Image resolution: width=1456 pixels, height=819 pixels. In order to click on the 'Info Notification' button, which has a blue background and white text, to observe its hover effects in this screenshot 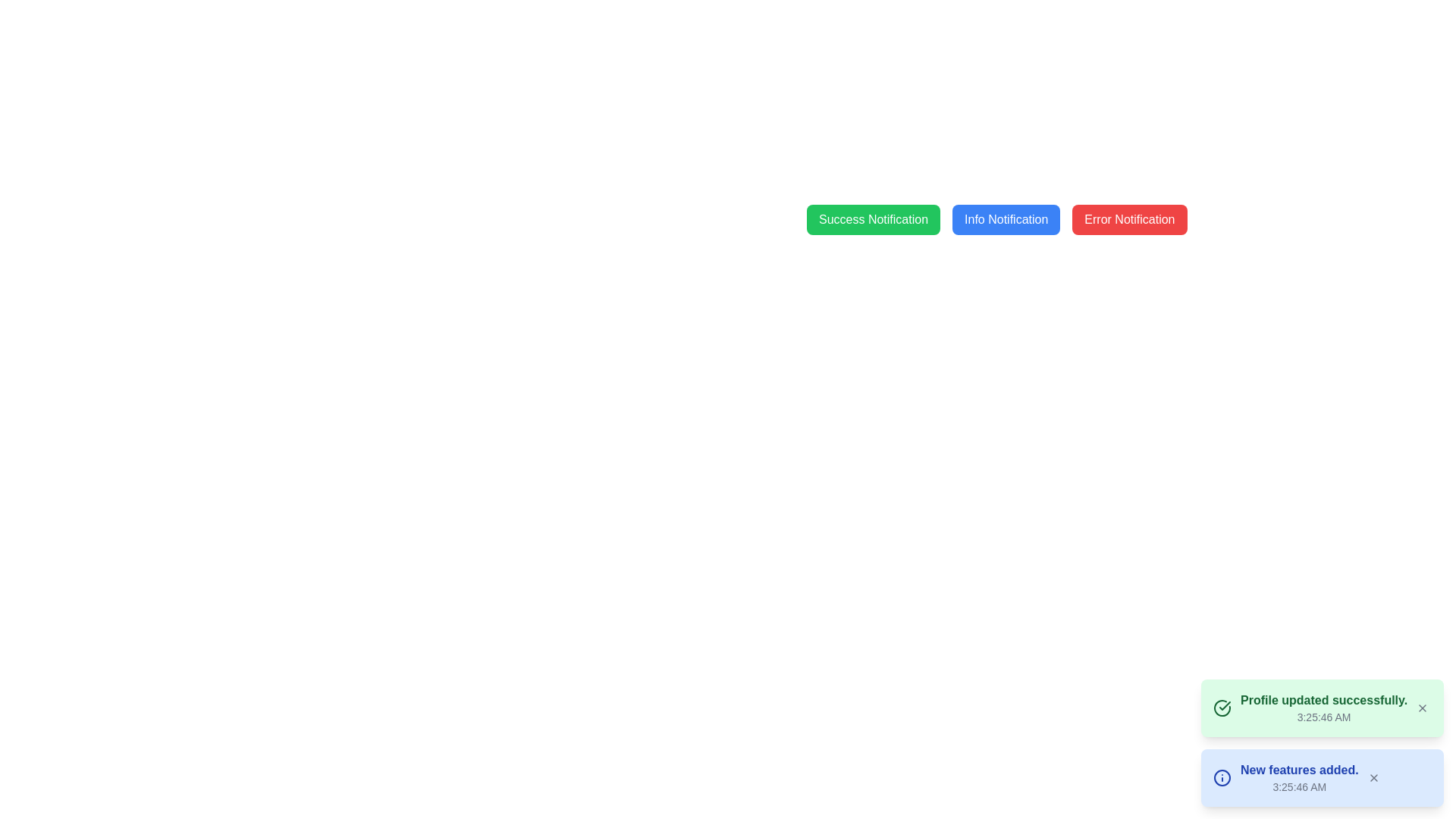, I will do `click(1006, 219)`.